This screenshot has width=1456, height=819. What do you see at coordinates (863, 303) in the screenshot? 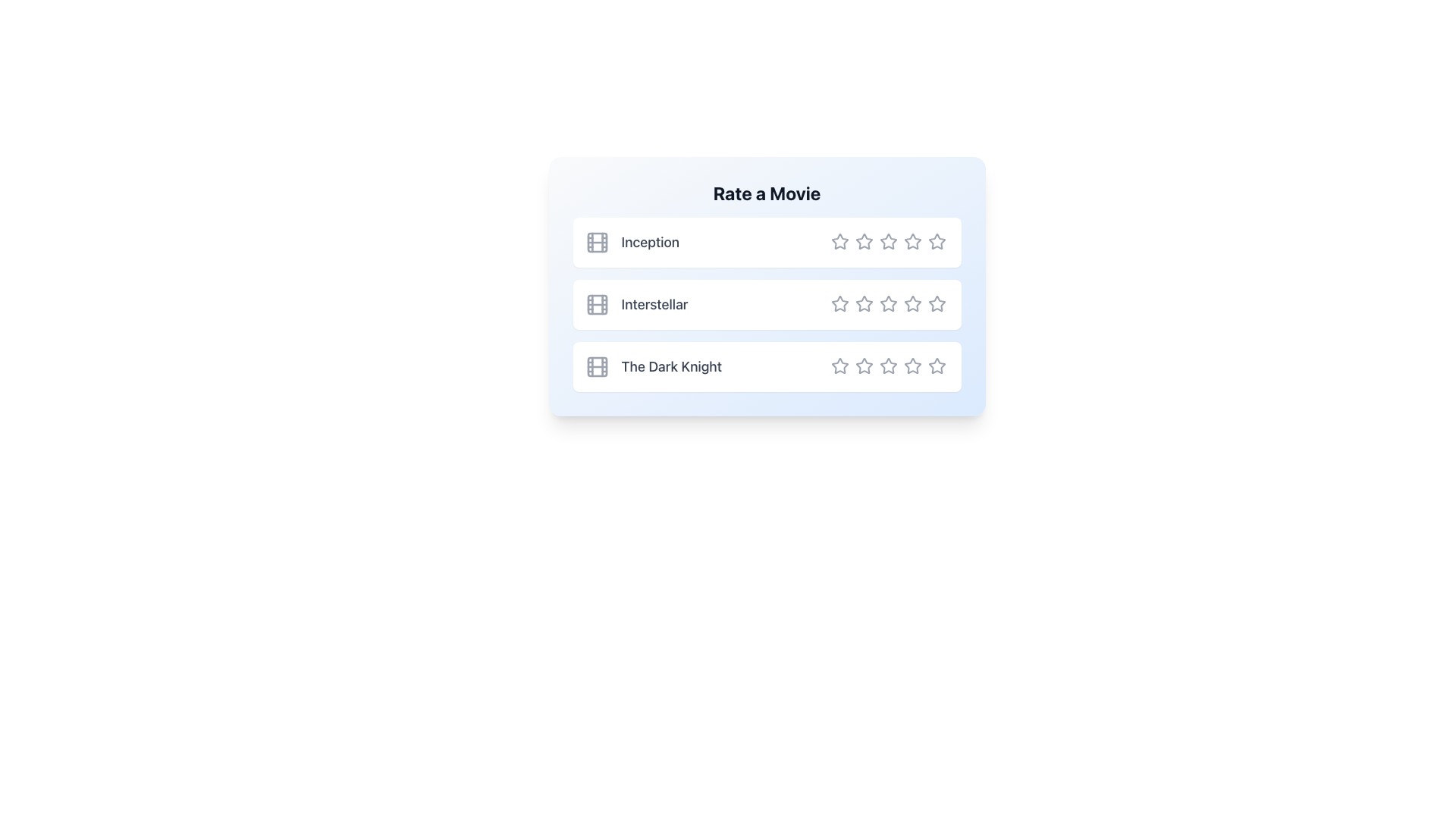
I see `the third star icon in the 'Rate a Movie' interface under the 'Interstellar' section to rate the movie` at bounding box center [863, 303].